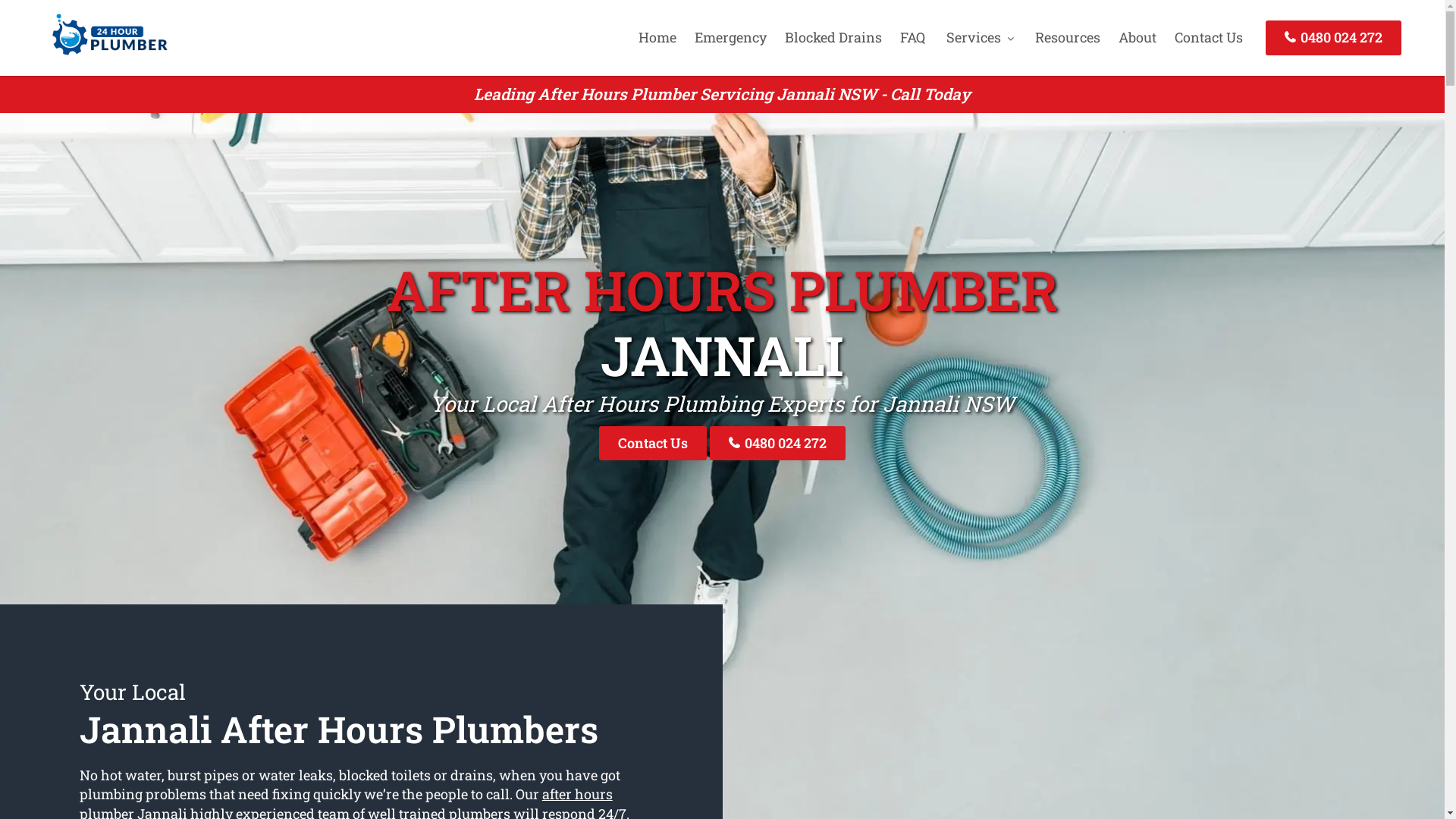 The height and width of the screenshot is (819, 1456). I want to click on 'Emergency', so click(730, 36).